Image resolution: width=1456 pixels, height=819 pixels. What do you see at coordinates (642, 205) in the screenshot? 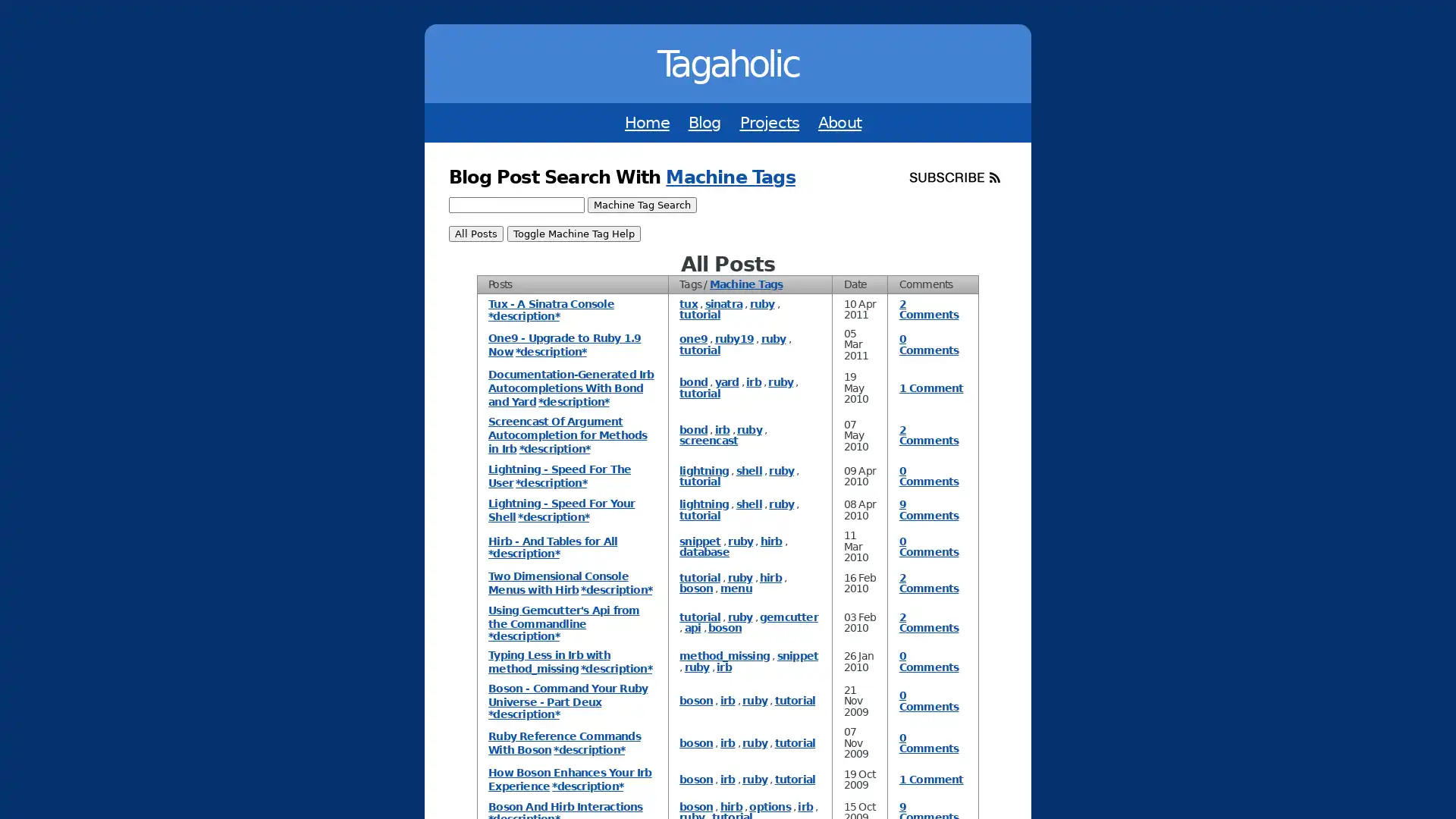
I see `Machine Tag Search` at bounding box center [642, 205].